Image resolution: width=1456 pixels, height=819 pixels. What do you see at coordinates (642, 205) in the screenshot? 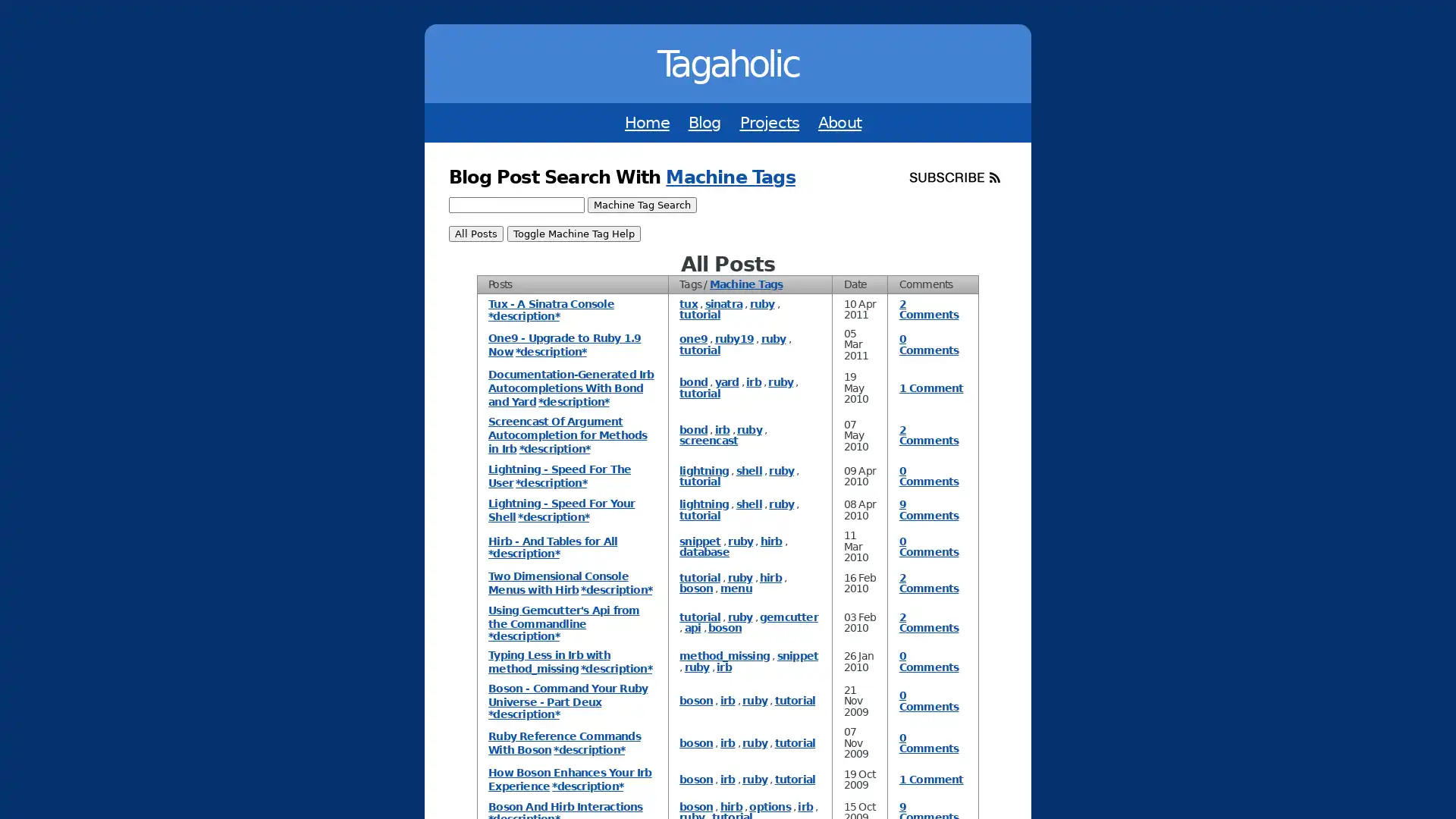
I see `Machine Tag Search` at bounding box center [642, 205].